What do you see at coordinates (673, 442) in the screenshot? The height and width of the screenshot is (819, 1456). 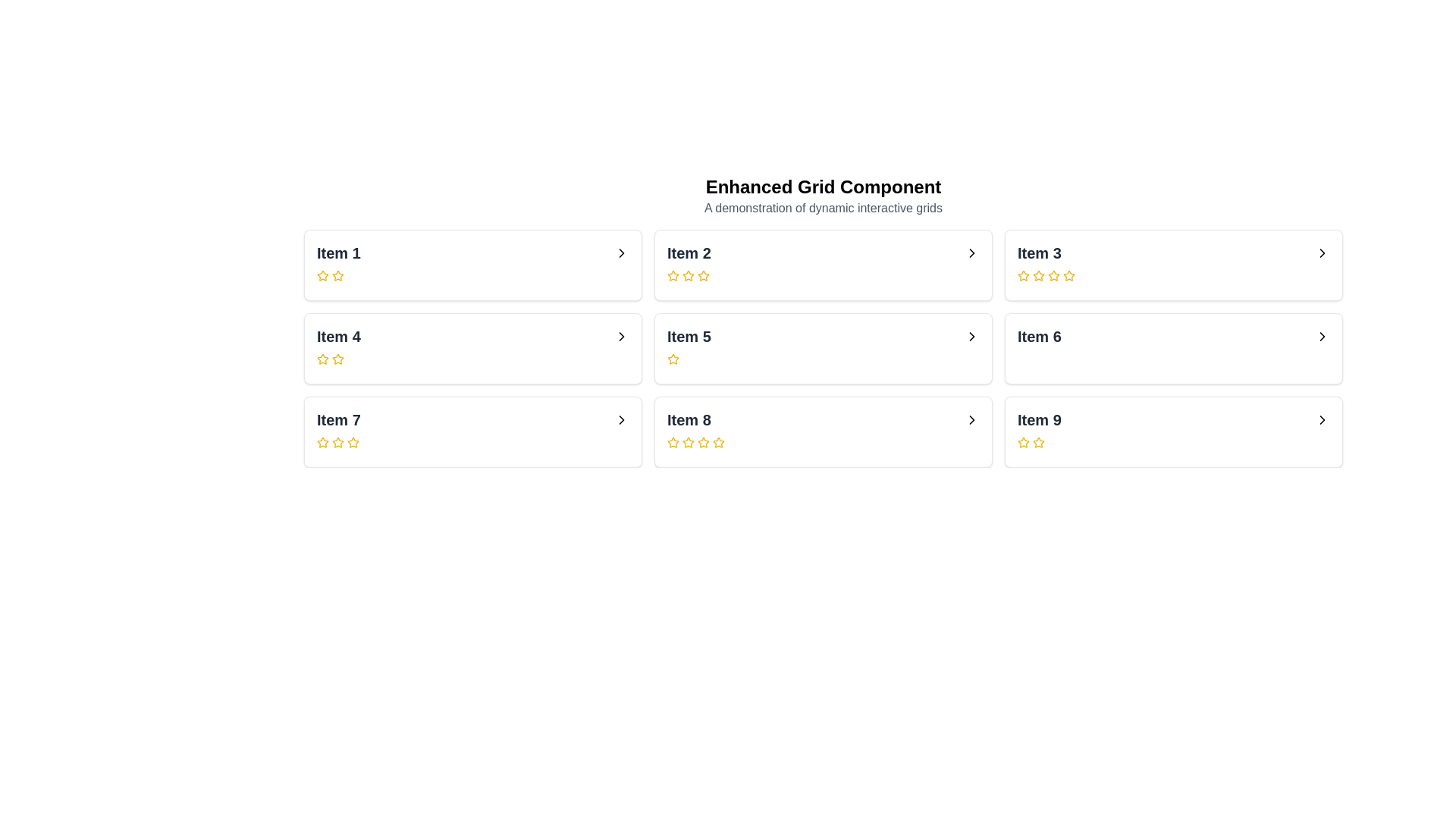 I see `the first yellow star icon in the rating section below 'Item 8' to adjust the rating` at bounding box center [673, 442].